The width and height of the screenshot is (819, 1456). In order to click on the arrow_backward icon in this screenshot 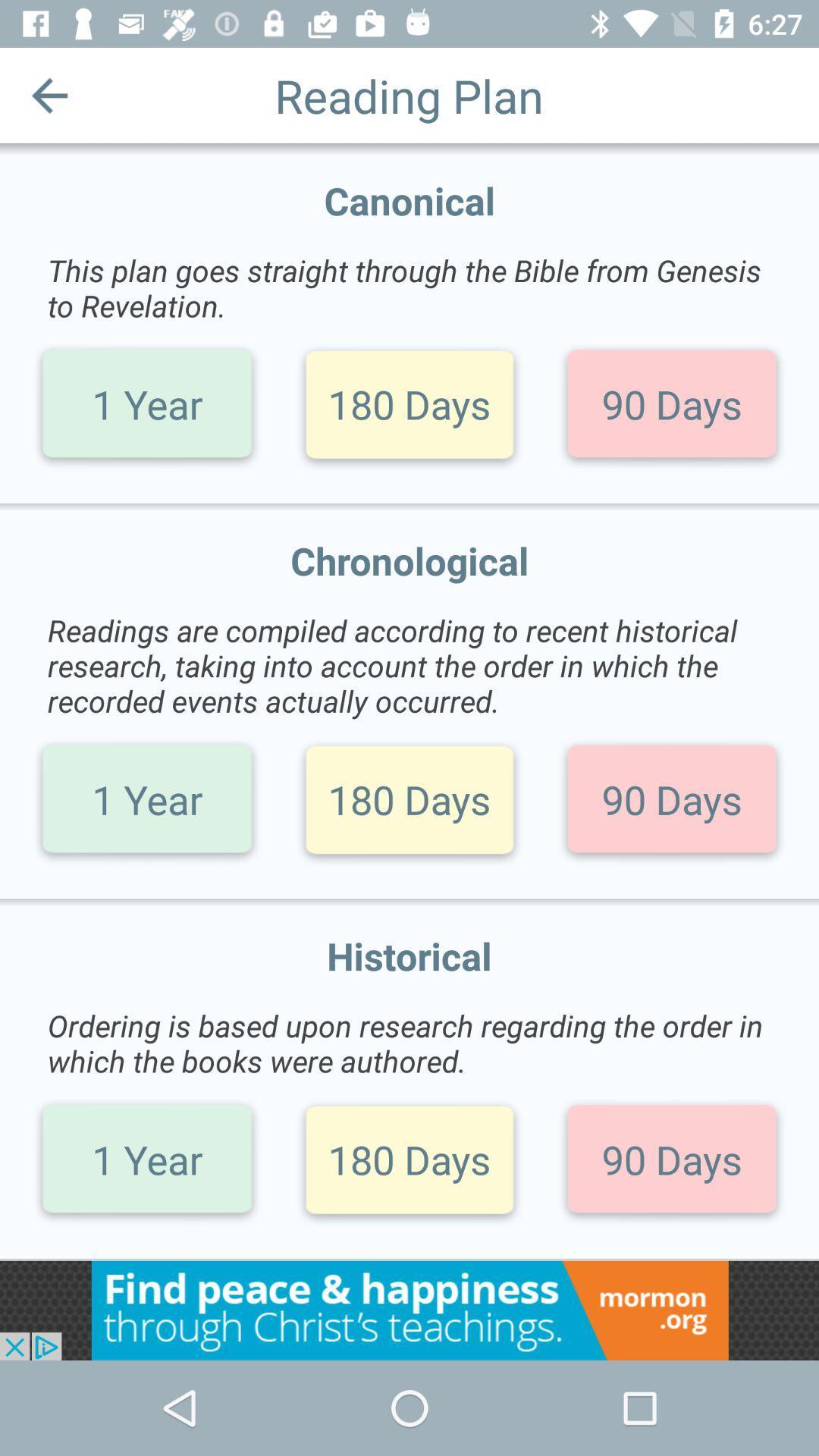, I will do `click(49, 94)`.